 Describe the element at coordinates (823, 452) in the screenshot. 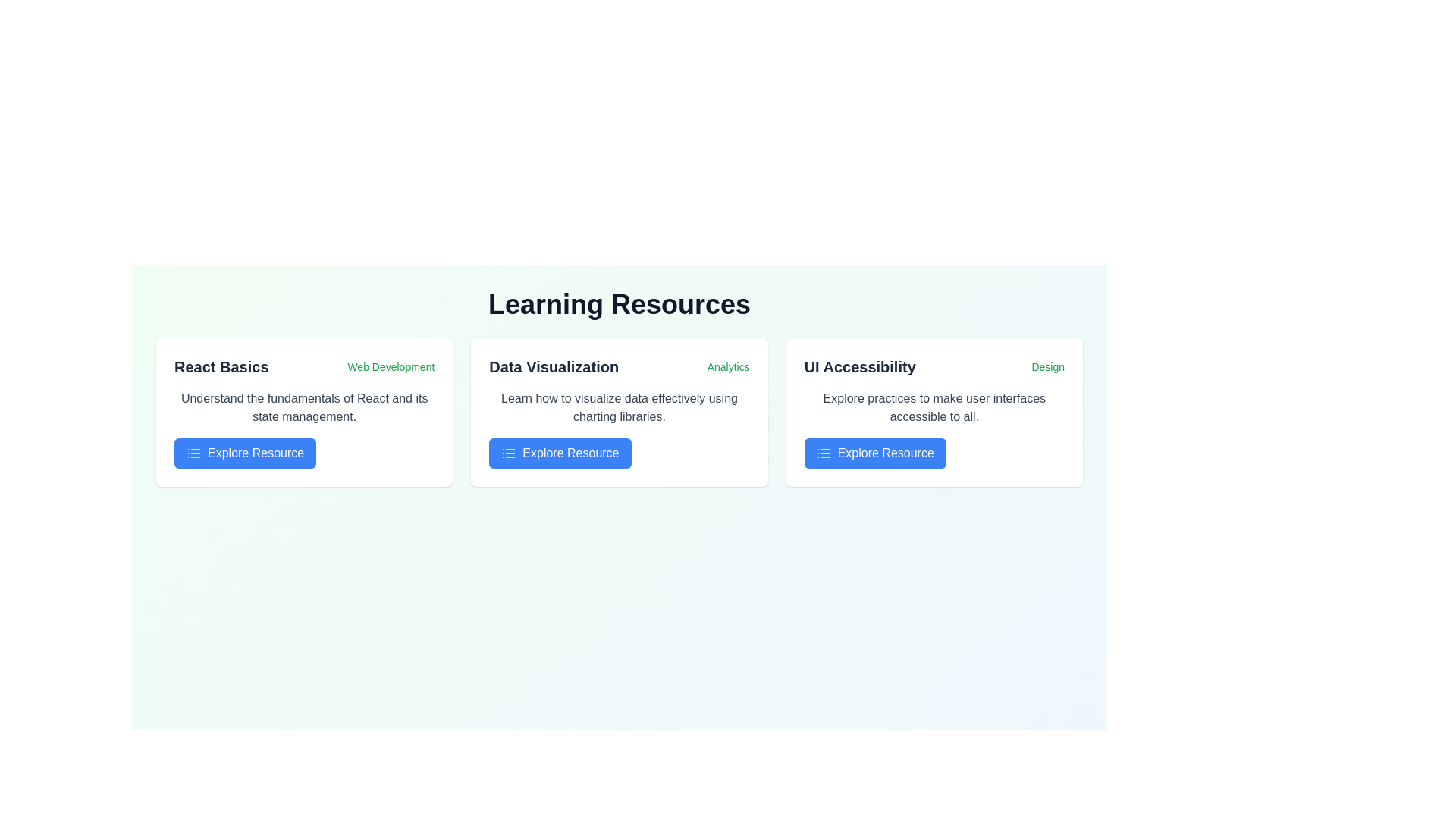

I see `the small icon resembling a three-line list with a blue background and white lines, located within the 'Explore Resource' button in the 'UI Accessibility' section of the third card` at that location.